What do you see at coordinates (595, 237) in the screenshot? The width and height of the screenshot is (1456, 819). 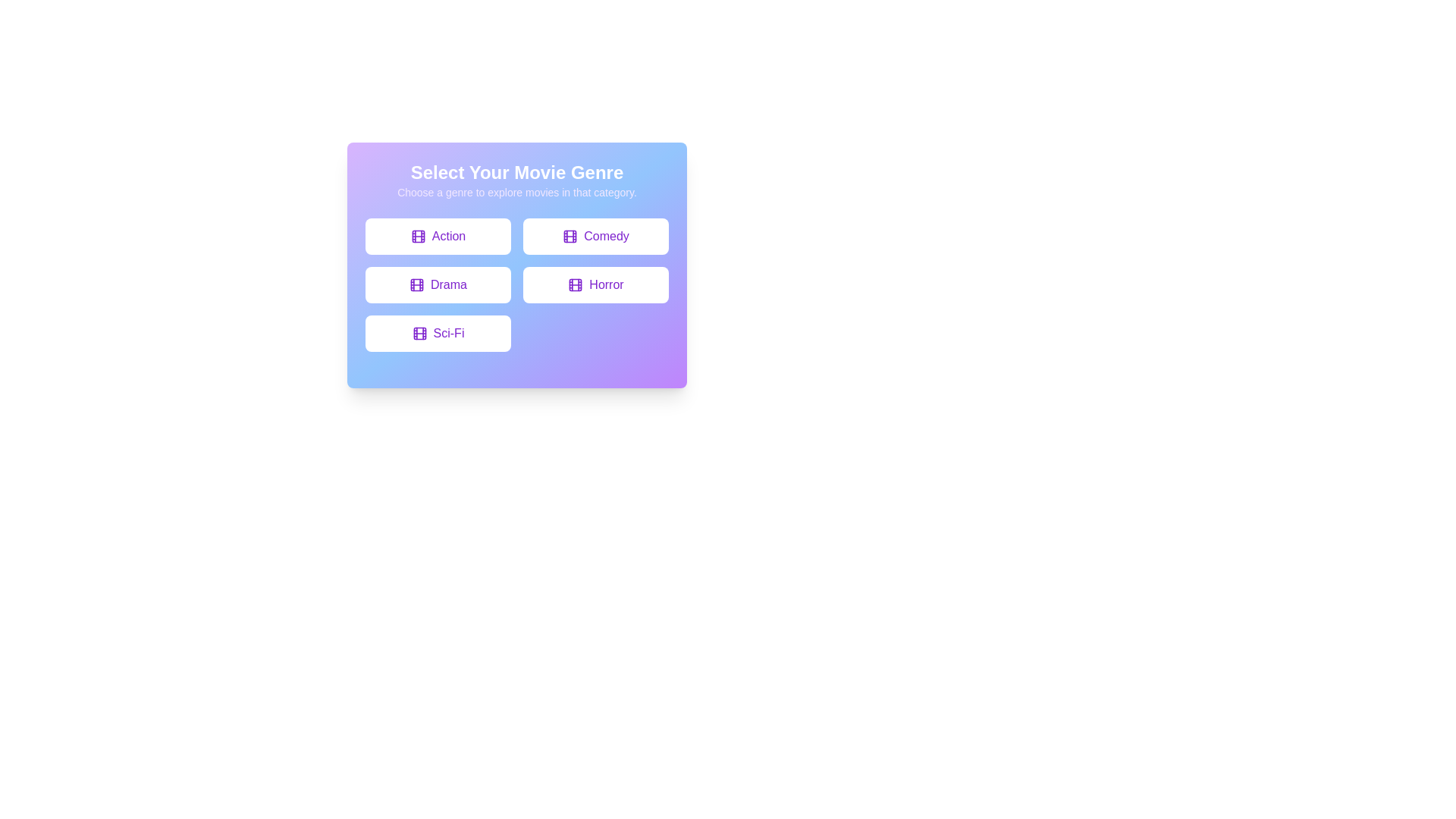 I see `the button corresponding to the genre Comedy` at bounding box center [595, 237].